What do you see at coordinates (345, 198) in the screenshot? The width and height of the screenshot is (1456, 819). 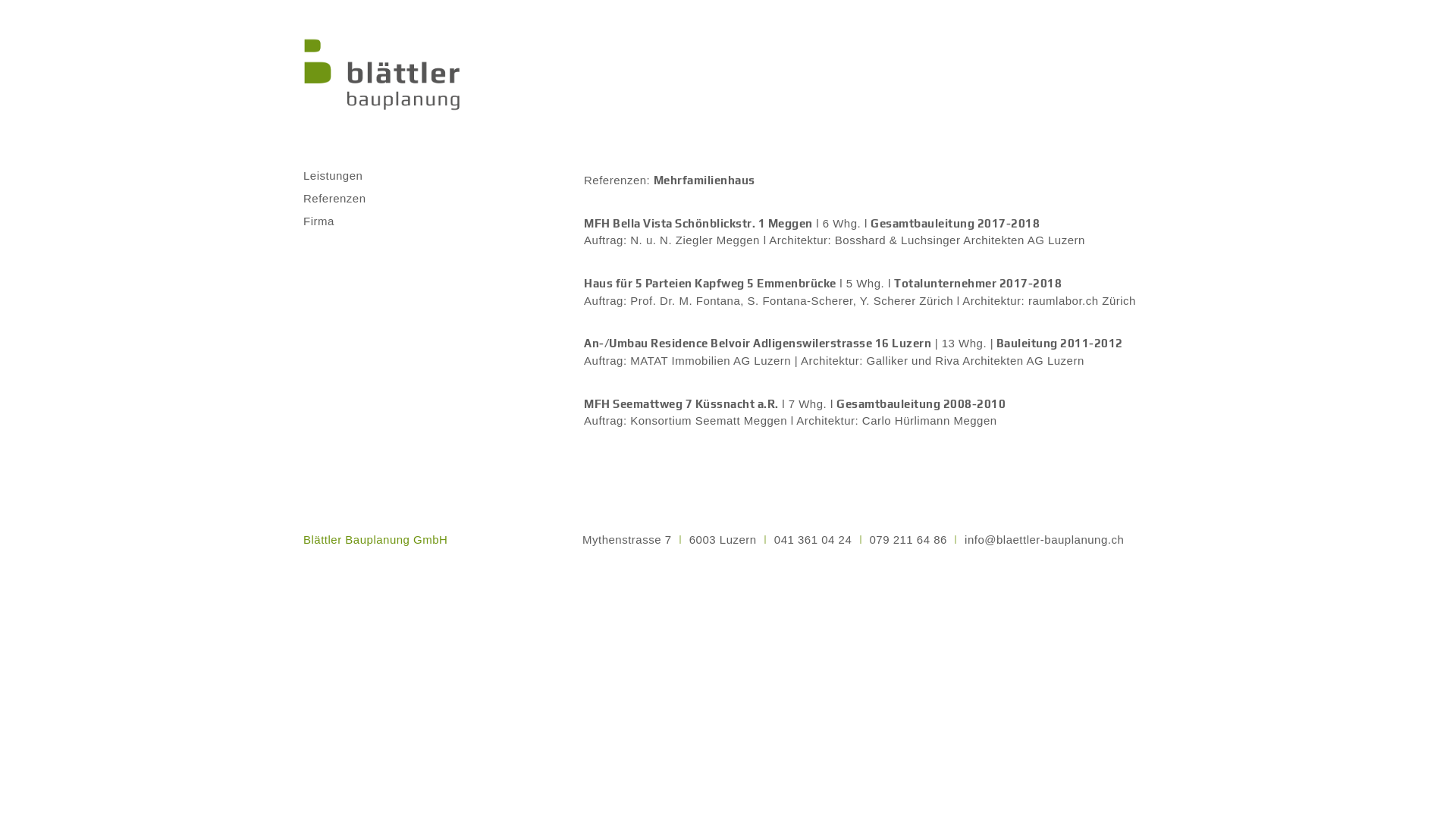 I see `'Referenzen'` at bounding box center [345, 198].